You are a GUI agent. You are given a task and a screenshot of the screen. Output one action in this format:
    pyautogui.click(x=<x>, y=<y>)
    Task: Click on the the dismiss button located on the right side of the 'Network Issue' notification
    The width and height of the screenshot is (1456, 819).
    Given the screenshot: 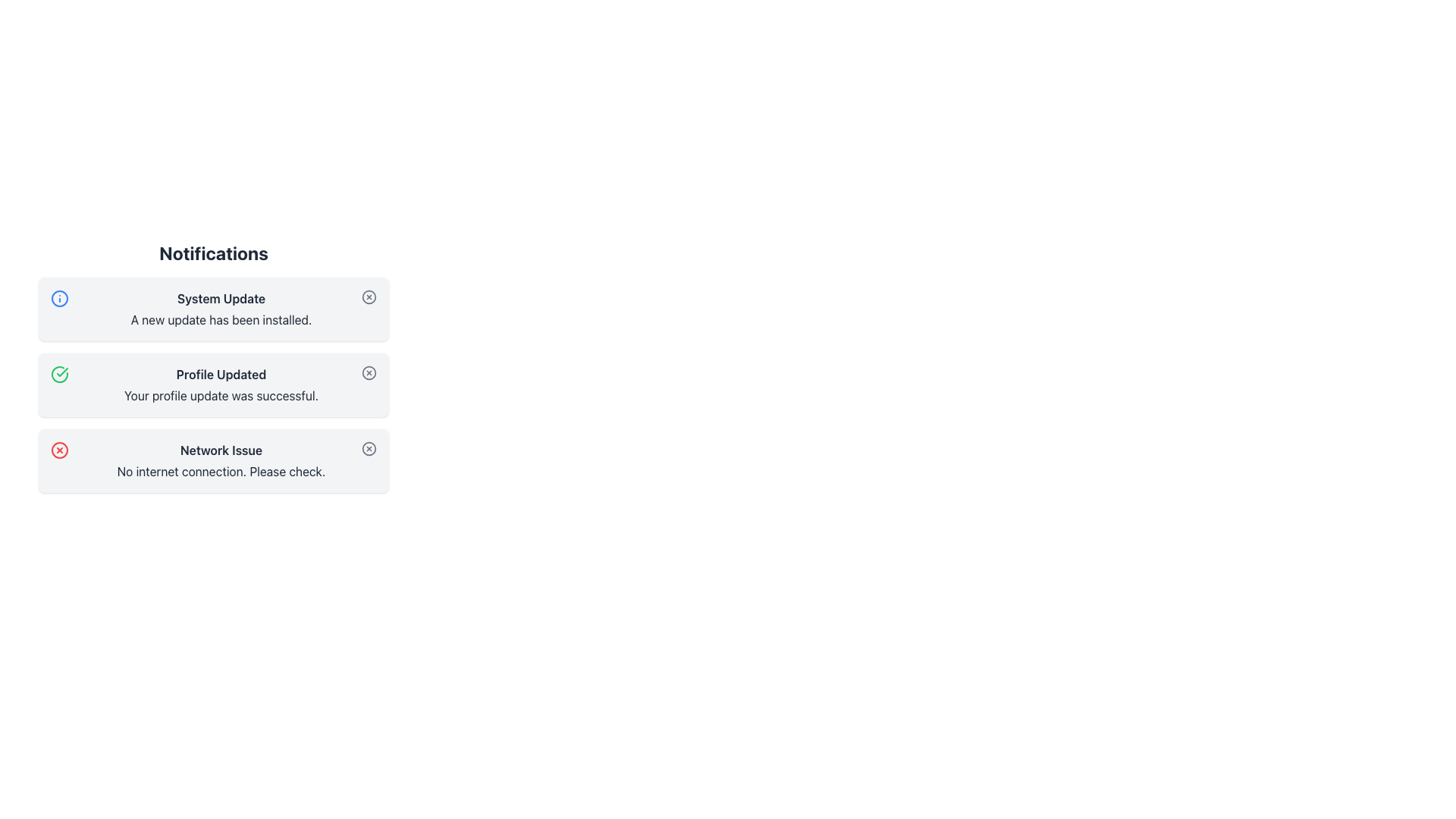 What is the action you would take?
    pyautogui.click(x=369, y=447)
    